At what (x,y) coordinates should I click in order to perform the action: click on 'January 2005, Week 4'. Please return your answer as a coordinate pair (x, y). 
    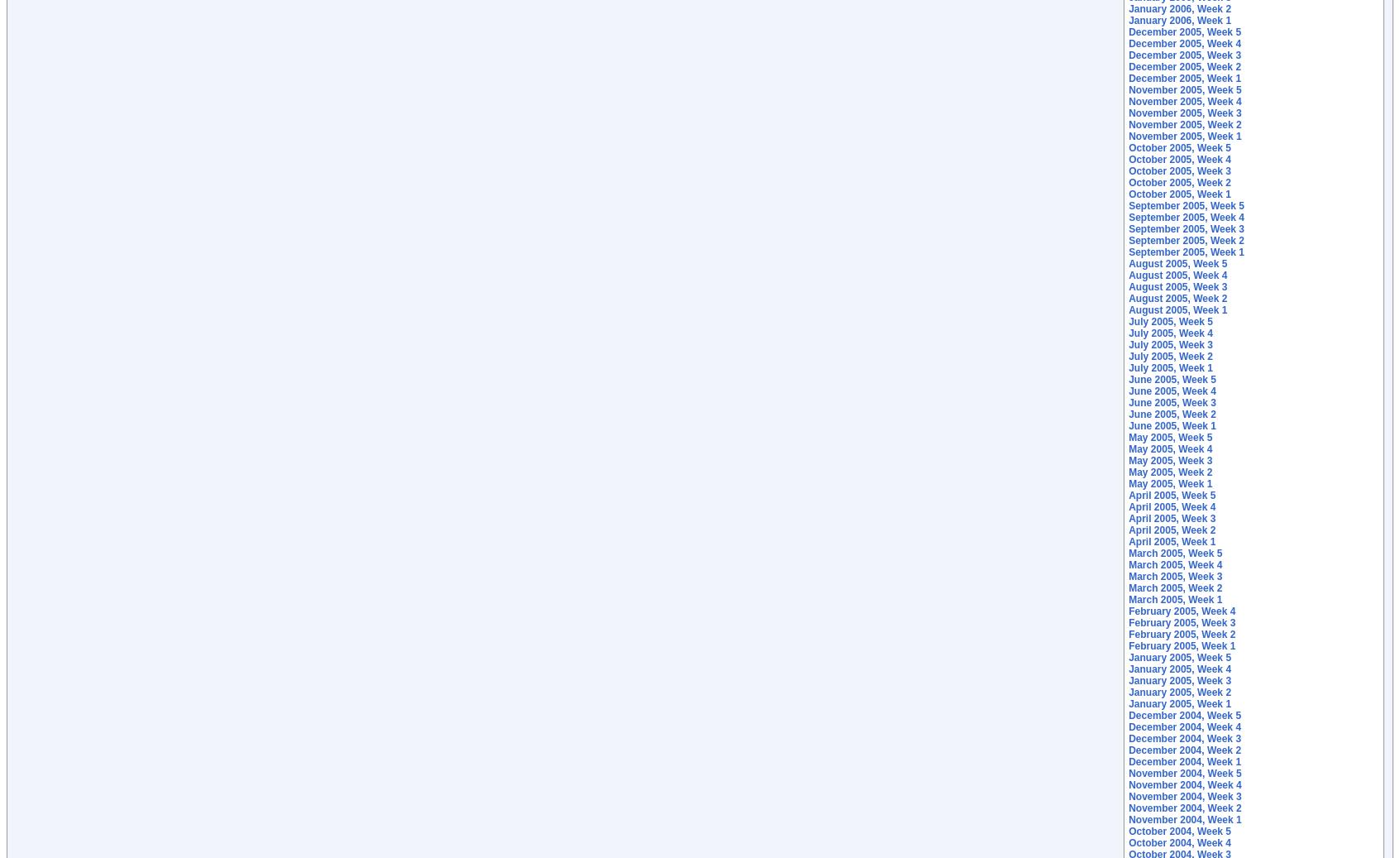
    Looking at the image, I should click on (1179, 669).